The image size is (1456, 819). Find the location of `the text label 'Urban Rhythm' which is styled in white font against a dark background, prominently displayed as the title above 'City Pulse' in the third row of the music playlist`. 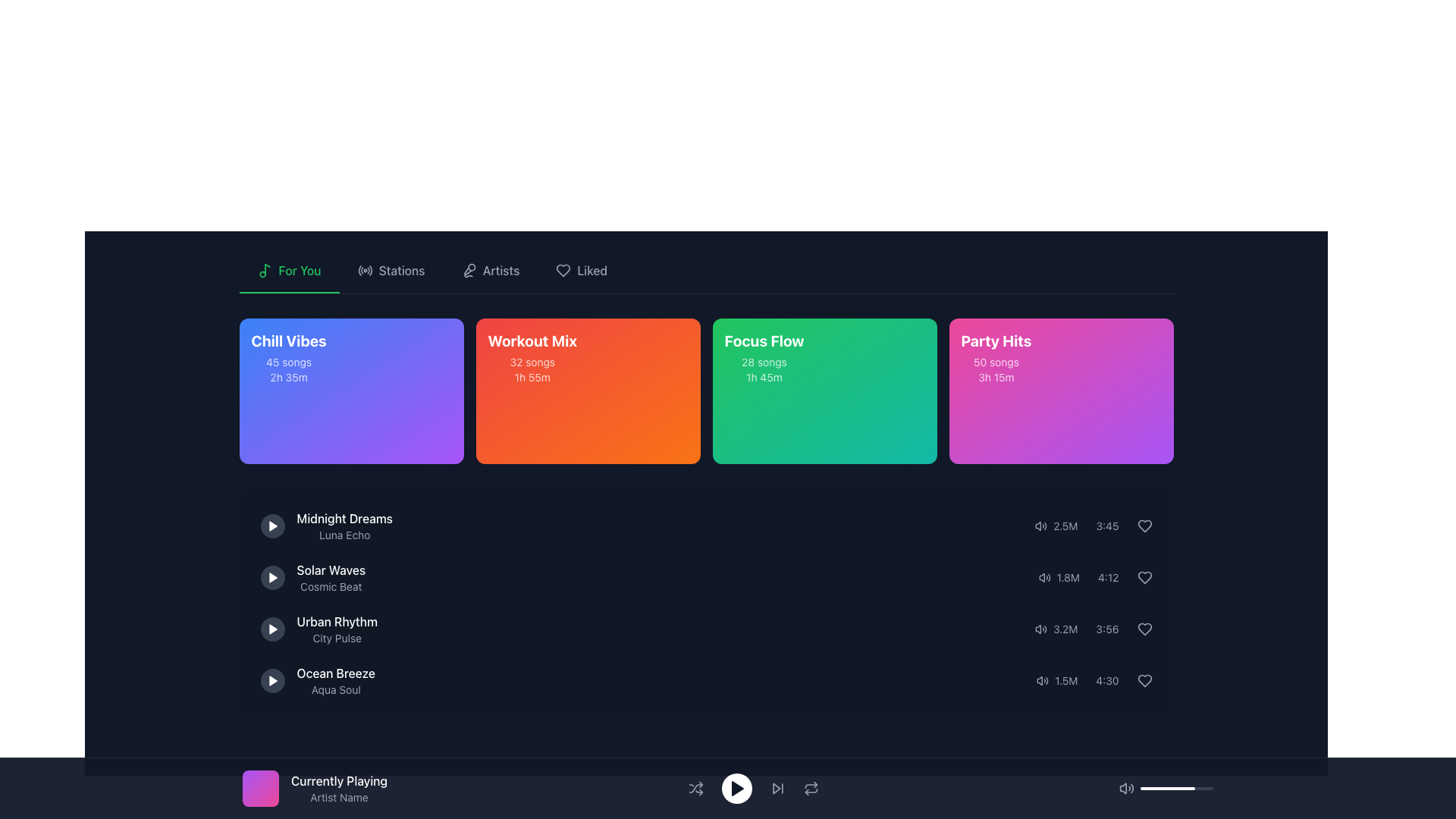

the text label 'Urban Rhythm' which is styled in white font against a dark background, prominently displayed as the title above 'City Pulse' in the third row of the music playlist is located at coordinates (336, 622).